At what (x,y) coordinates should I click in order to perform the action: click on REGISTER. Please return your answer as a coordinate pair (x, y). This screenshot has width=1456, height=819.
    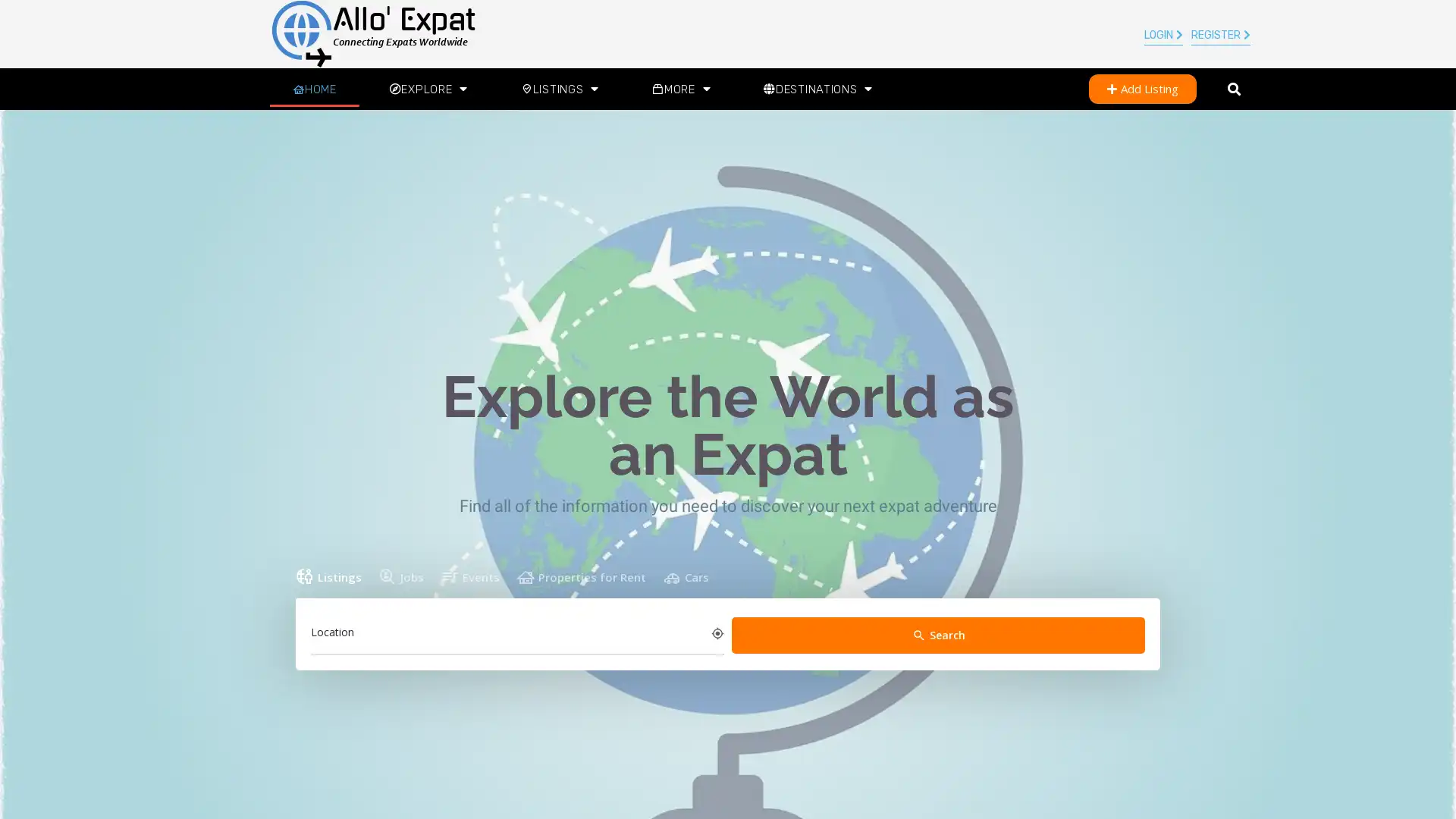
    Looking at the image, I should click on (1219, 35).